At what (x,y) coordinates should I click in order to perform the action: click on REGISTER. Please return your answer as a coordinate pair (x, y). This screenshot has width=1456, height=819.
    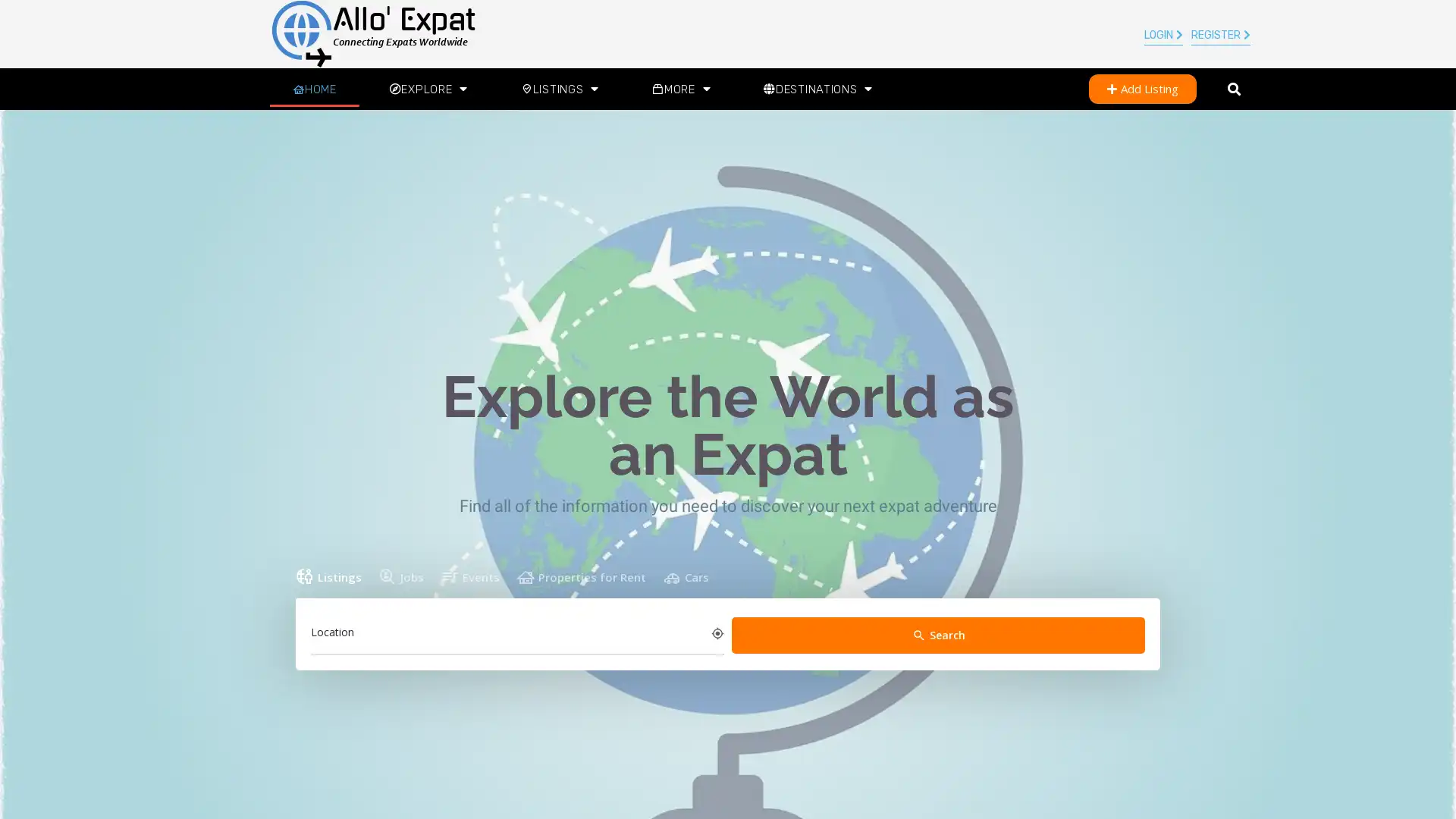
    Looking at the image, I should click on (1219, 35).